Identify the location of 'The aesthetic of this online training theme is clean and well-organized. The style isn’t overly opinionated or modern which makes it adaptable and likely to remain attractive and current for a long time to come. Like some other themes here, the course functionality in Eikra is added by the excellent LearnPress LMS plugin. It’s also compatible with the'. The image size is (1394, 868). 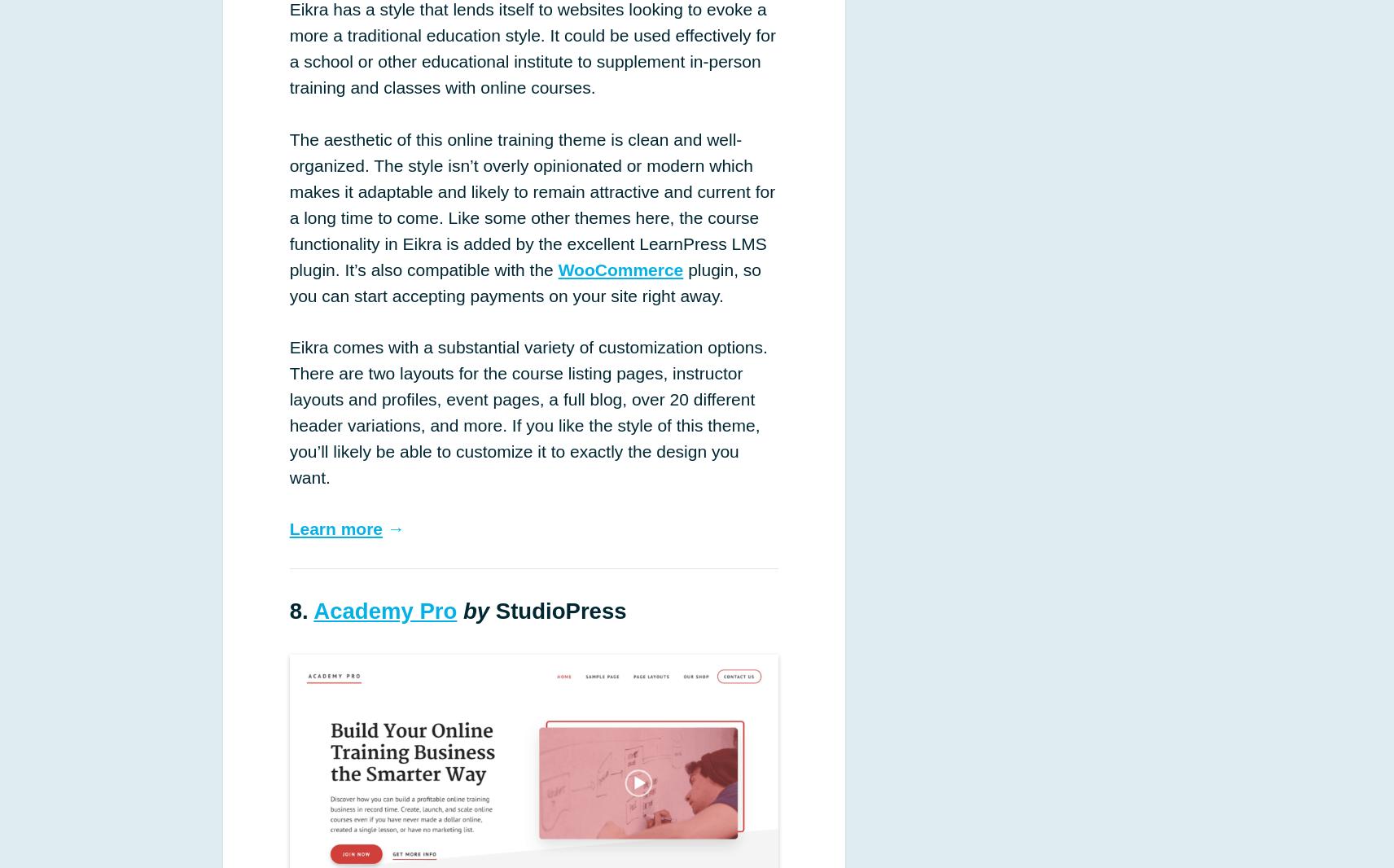
(532, 203).